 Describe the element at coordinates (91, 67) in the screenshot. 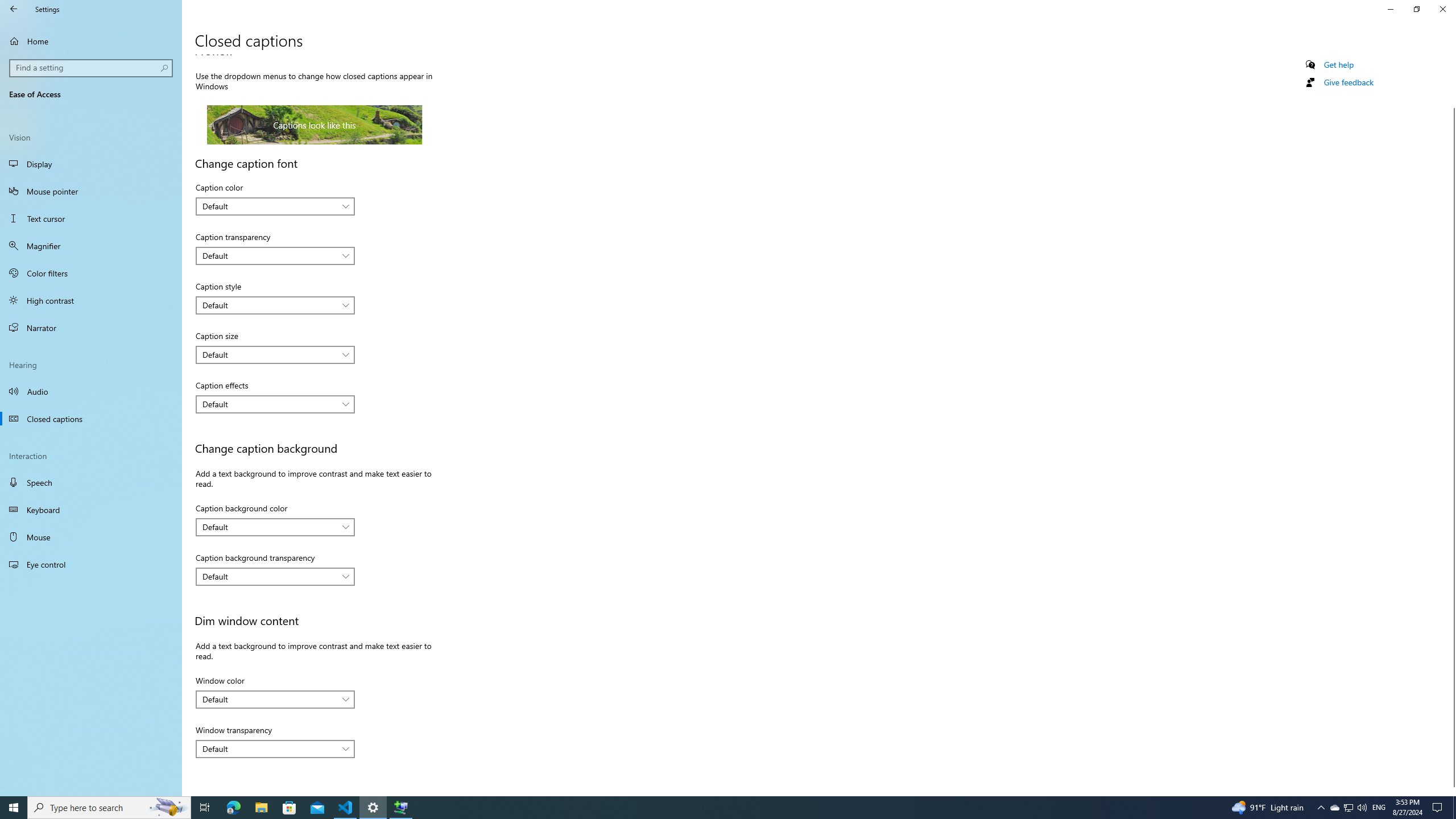

I see `'Search box, Find a setting'` at that location.